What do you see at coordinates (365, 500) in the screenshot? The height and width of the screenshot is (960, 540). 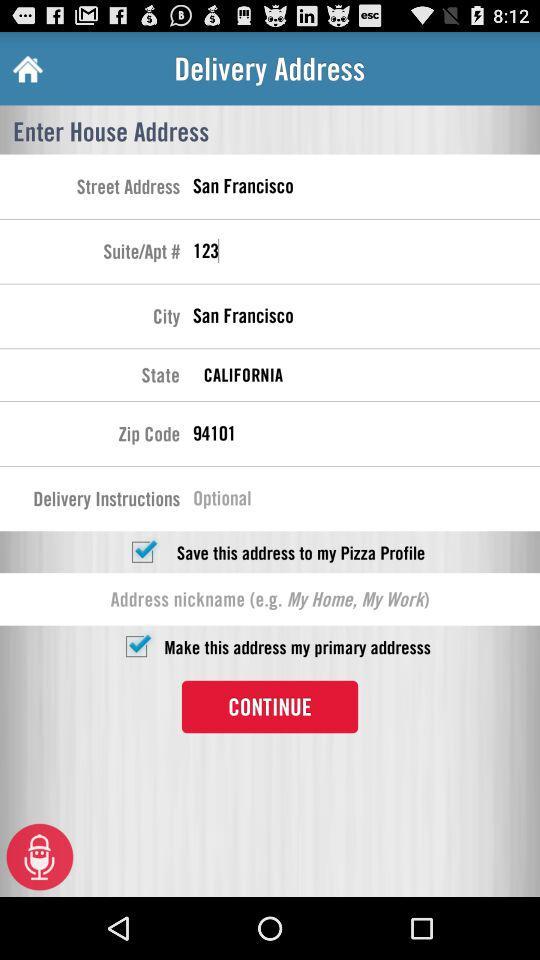 I see `delivery instruction option` at bounding box center [365, 500].